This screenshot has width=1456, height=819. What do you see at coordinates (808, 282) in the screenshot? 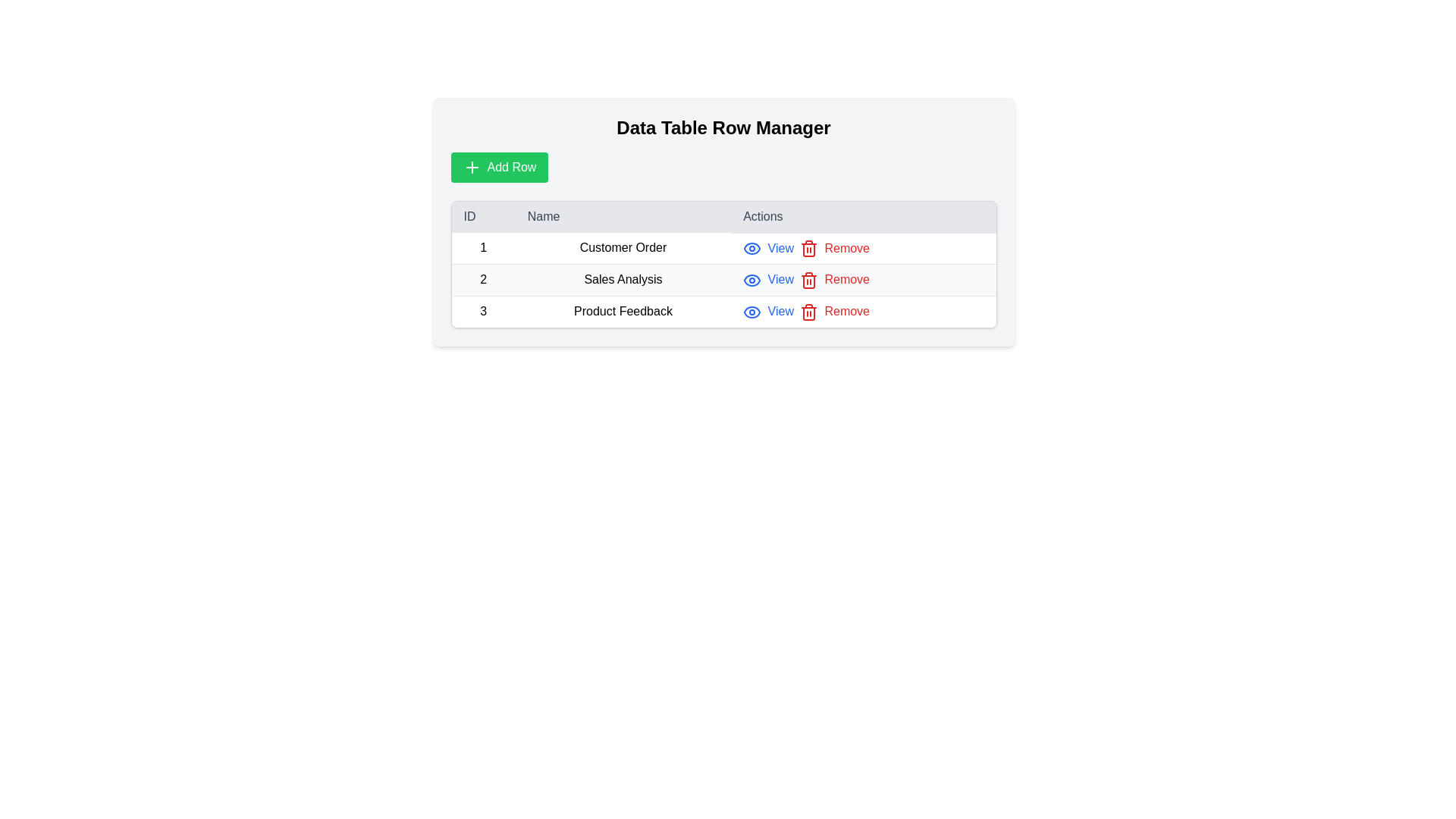
I see `the trash icon in the 'Actions' column of the third row` at bounding box center [808, 282].